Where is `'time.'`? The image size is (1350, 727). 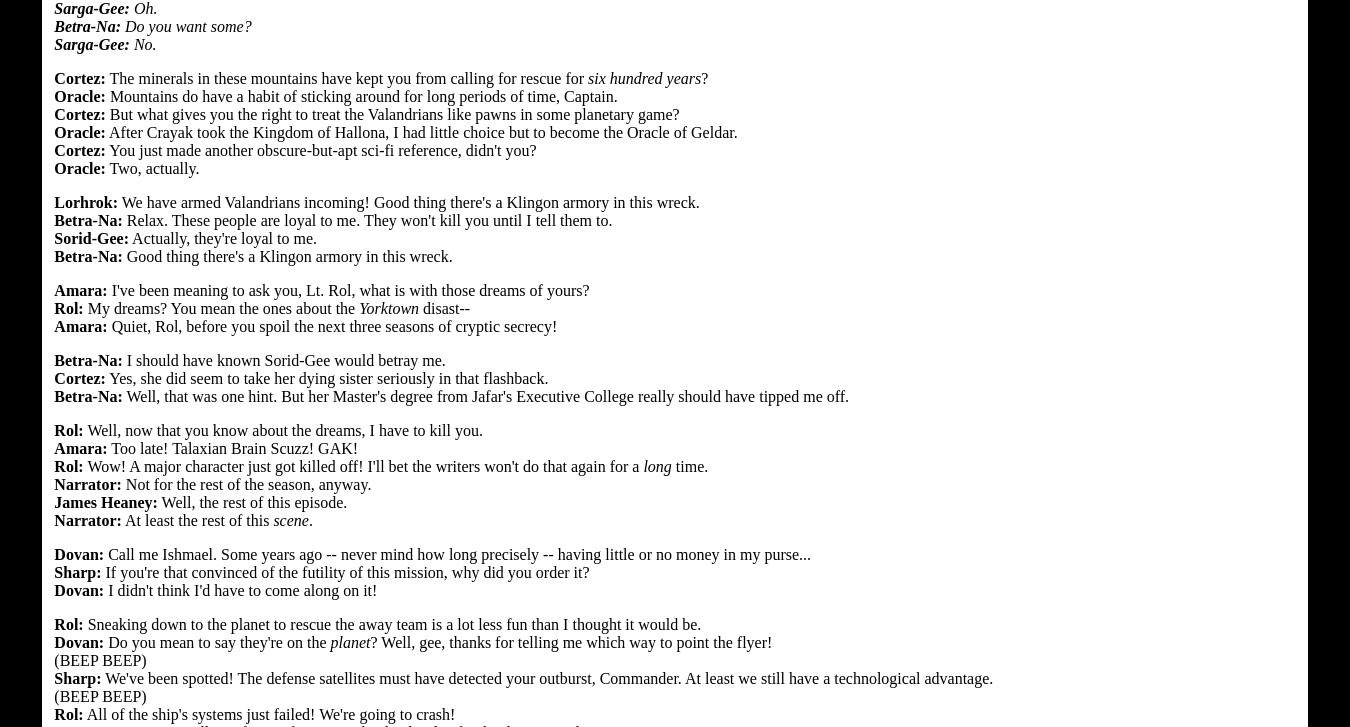
'time.' is located at coordinates (688, 464).